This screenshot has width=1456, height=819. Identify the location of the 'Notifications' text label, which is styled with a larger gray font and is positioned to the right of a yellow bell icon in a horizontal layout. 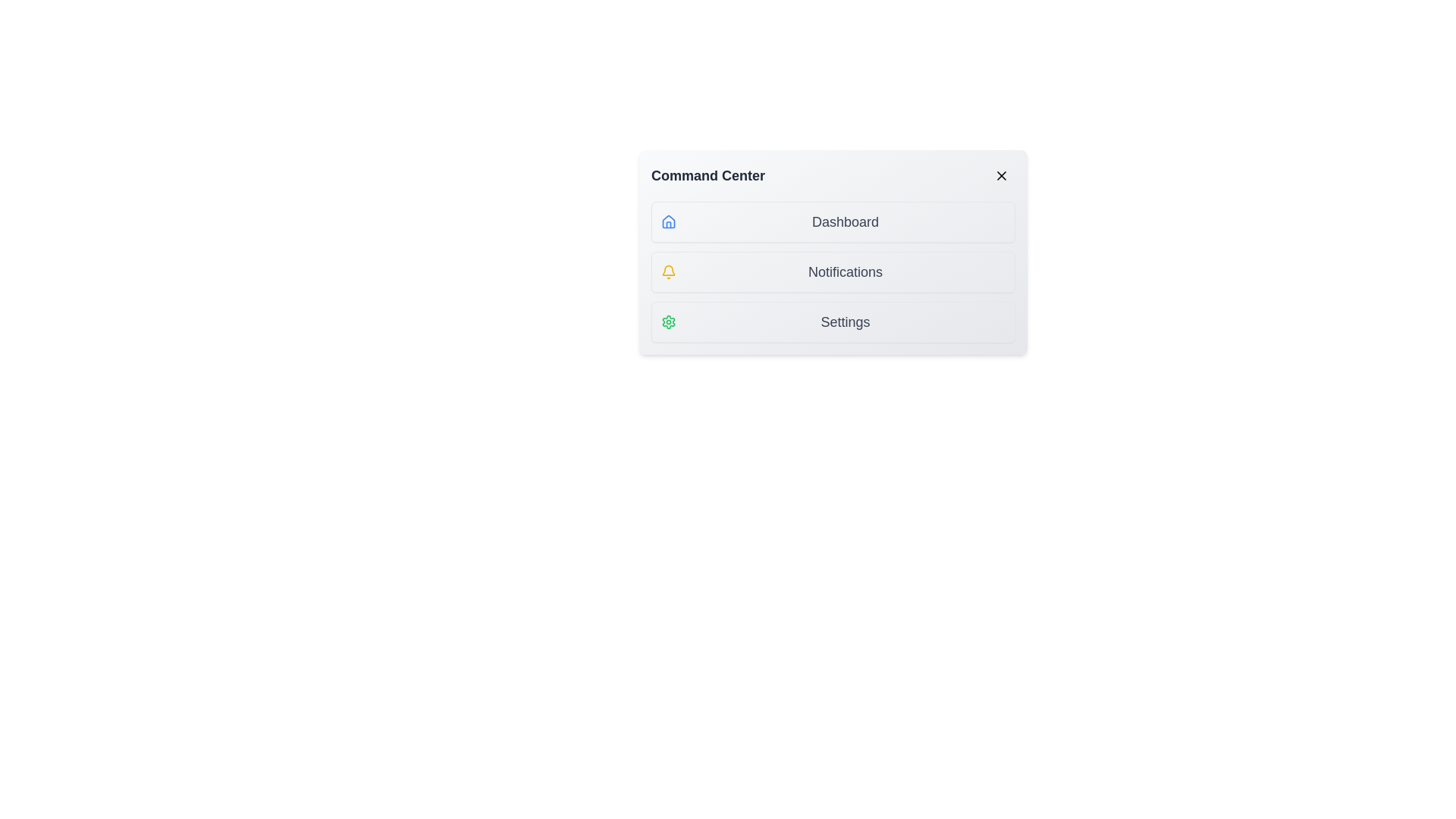
(844, 271).